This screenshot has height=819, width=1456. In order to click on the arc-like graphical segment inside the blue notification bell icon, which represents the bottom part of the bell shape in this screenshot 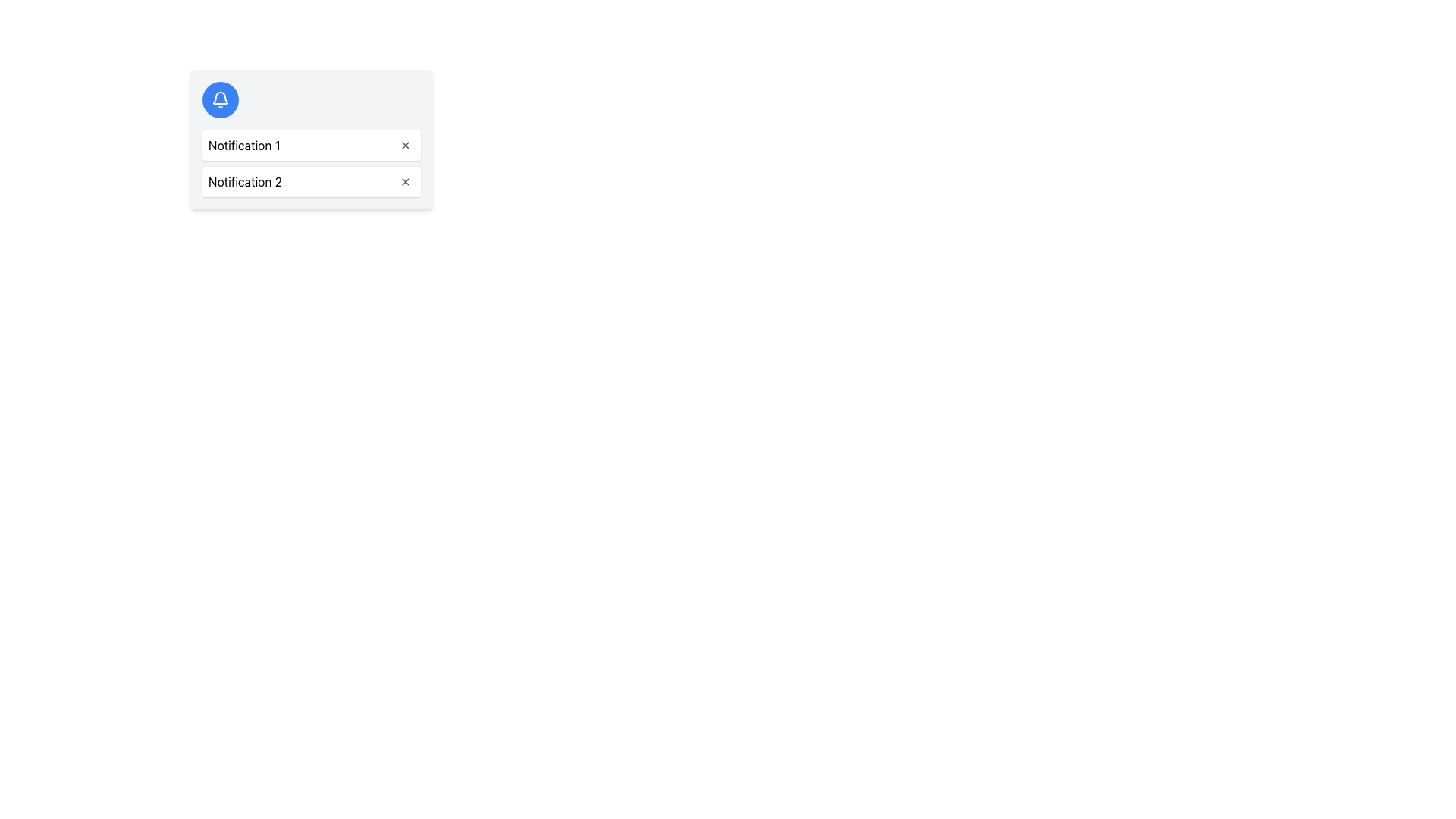, I will do `click(220, 98)`.